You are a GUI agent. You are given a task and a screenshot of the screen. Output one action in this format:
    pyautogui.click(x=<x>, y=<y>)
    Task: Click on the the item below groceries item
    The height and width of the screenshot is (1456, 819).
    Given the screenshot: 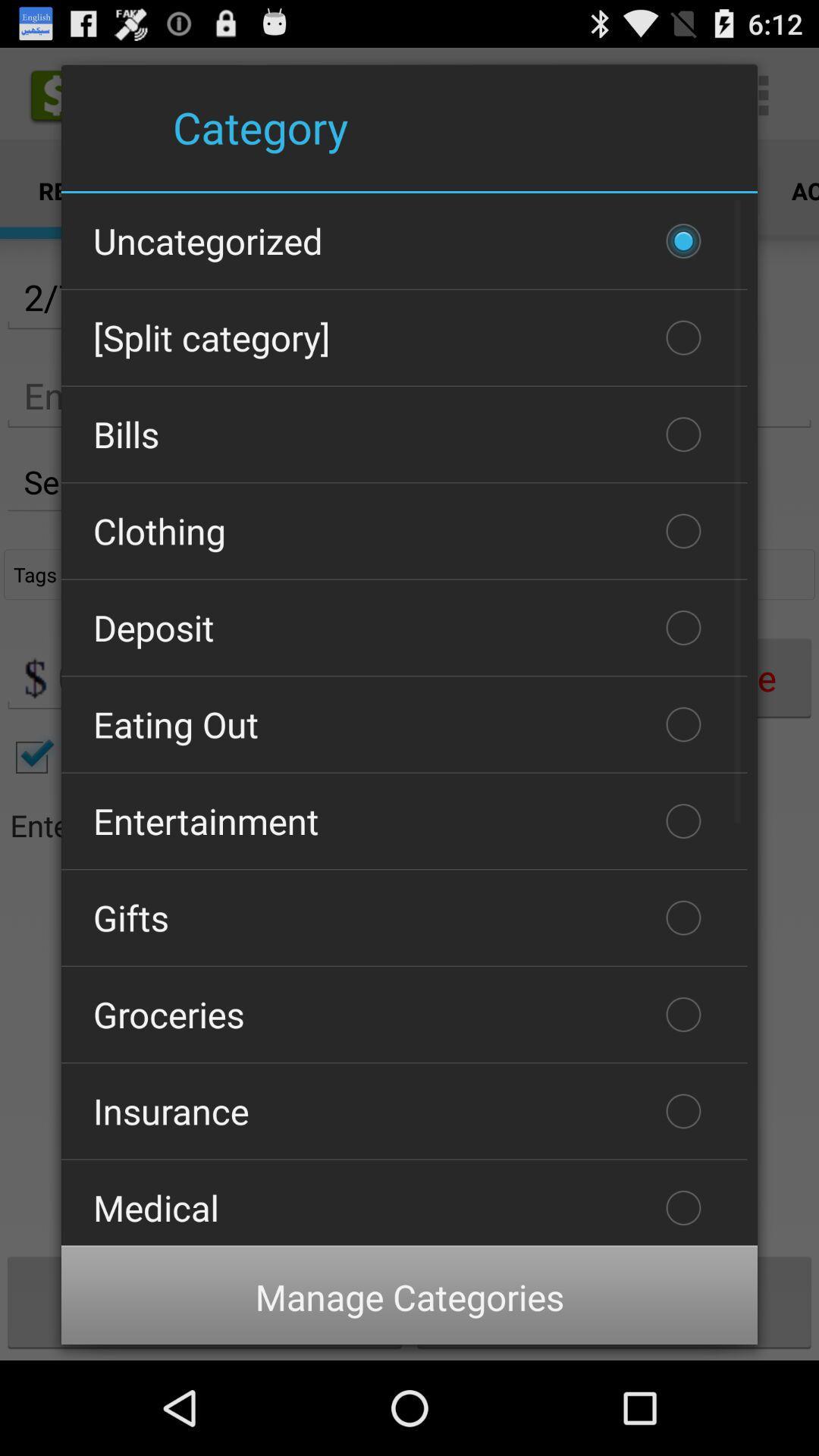 What is the action you would take?
    pyautogui.click(x=403, y=1111)
    